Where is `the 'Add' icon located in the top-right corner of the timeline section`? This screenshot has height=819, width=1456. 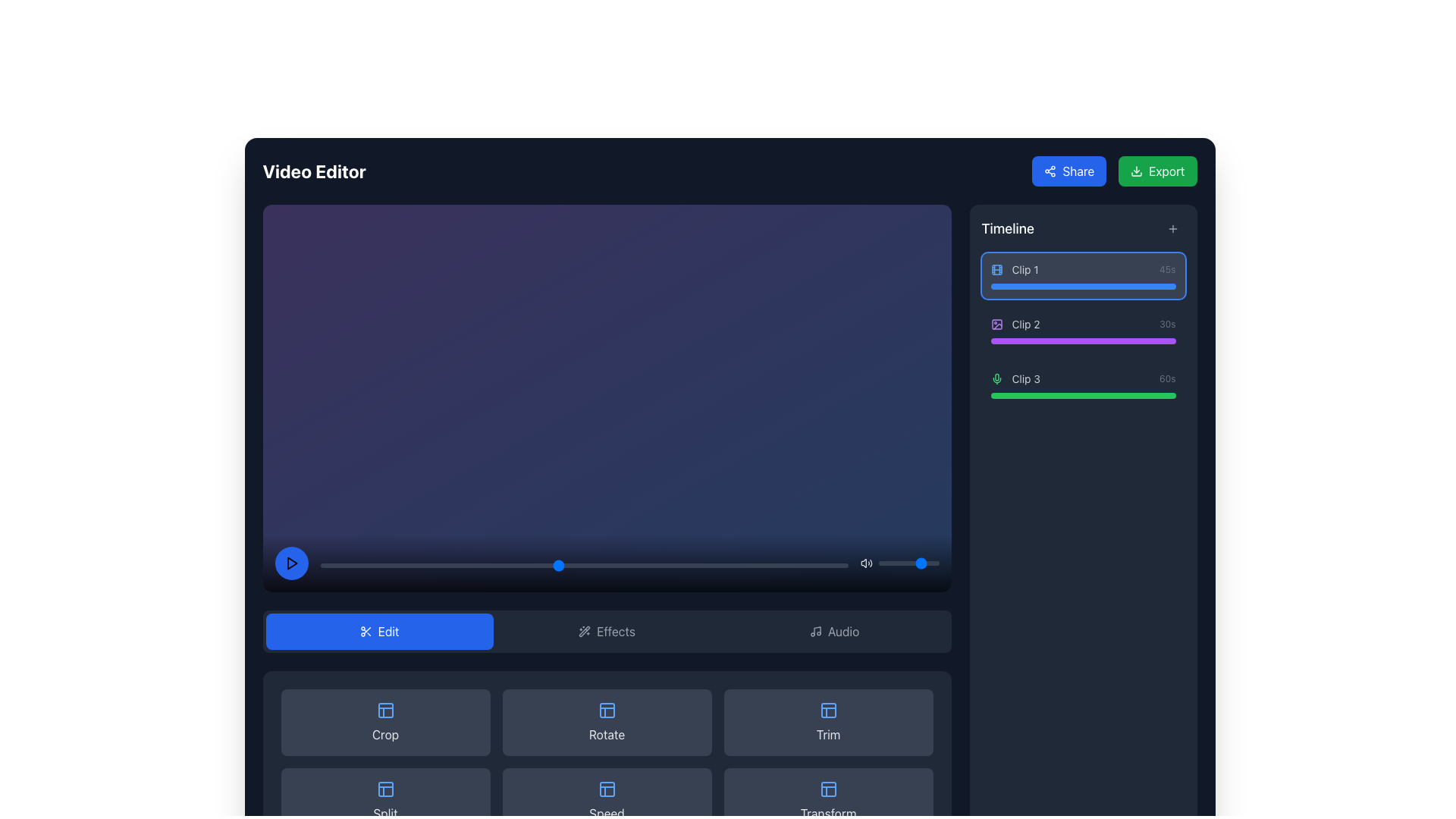 the 'Add' icon located in the top-right corner of the timeline section is located at coordinates (1172, 228).